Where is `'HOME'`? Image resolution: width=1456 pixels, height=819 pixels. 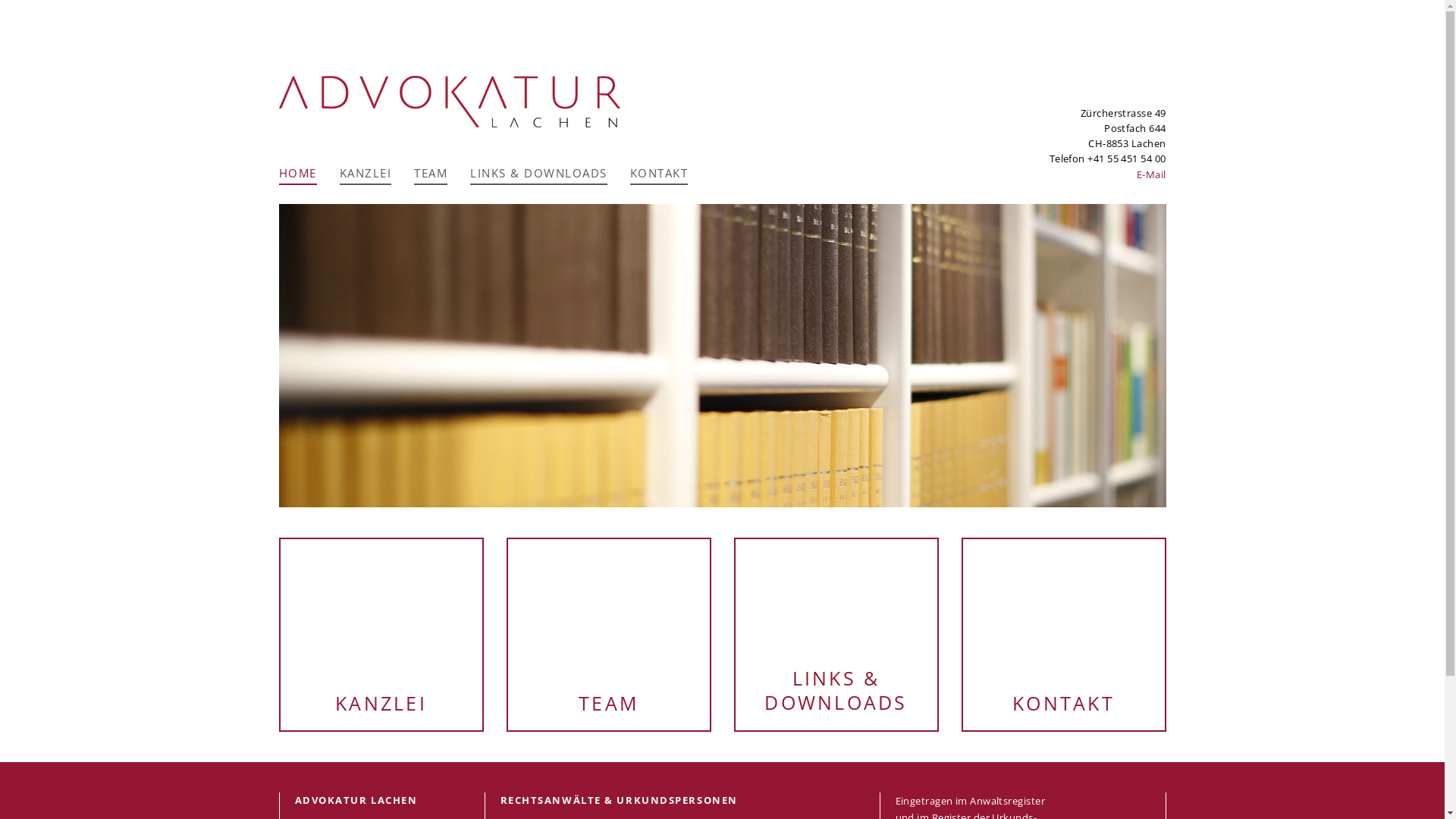
'HOME' is located at coordinates (298, 174).